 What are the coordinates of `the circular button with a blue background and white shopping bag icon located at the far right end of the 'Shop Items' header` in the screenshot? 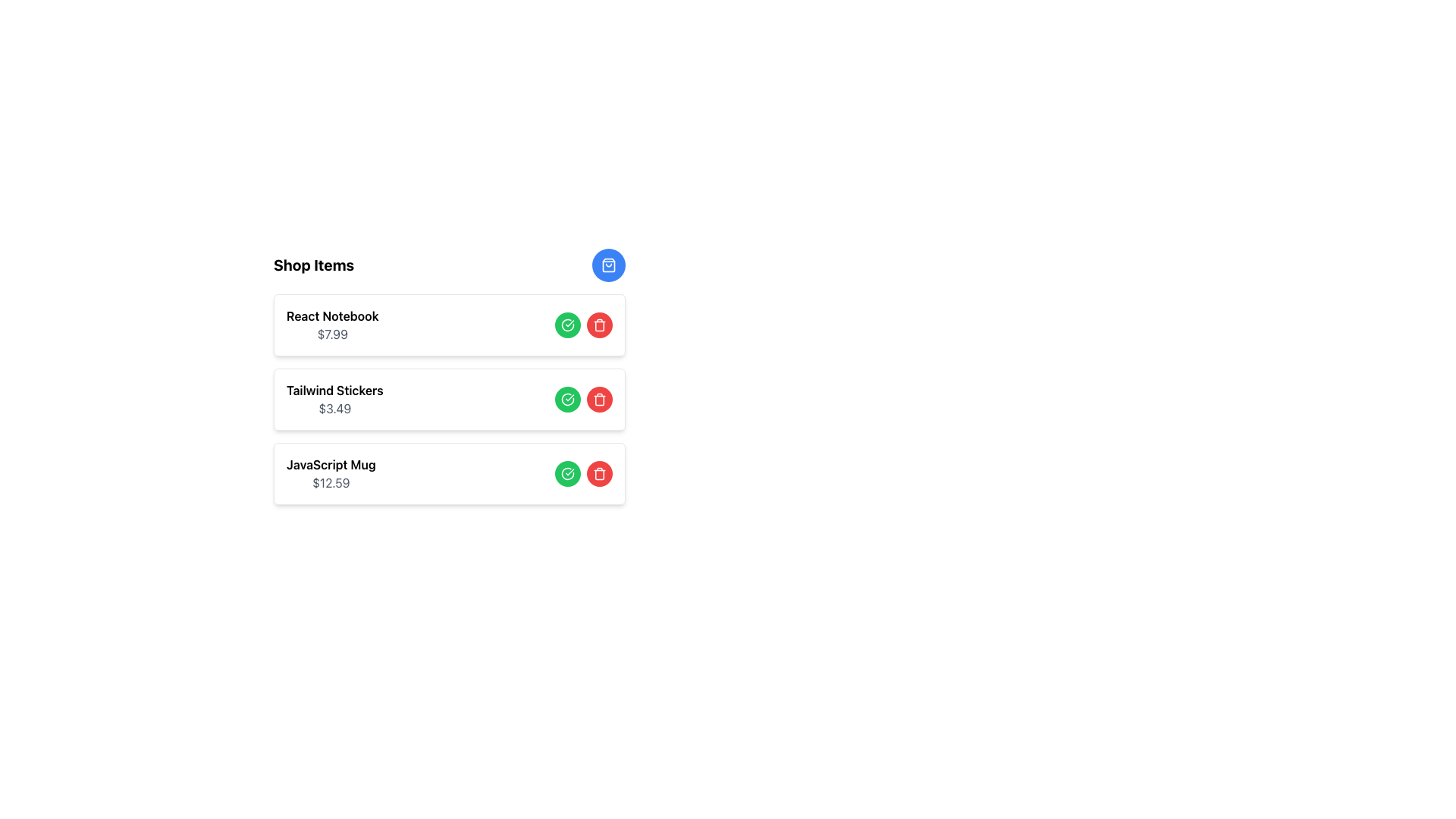 It's located at (608, 265).